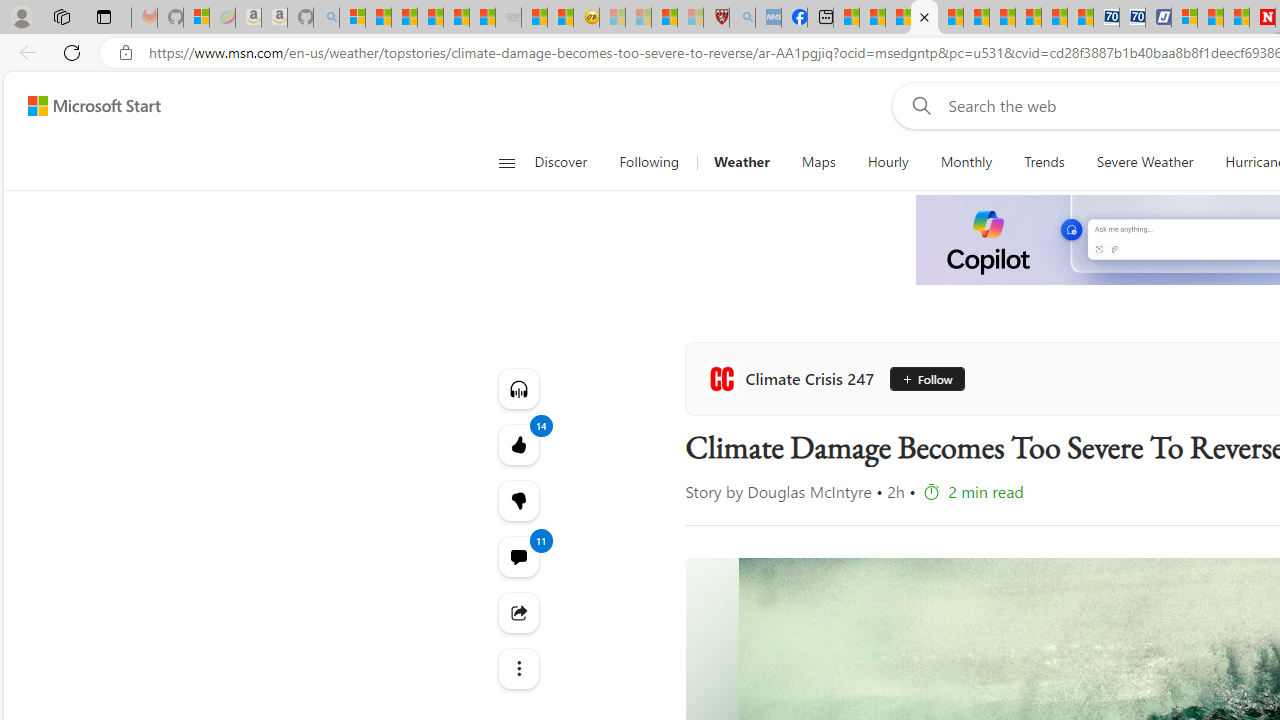 Image resolution: width=1280 pixels, height=720 pixels. I want to click on 'Hourly', so click(886, 162).